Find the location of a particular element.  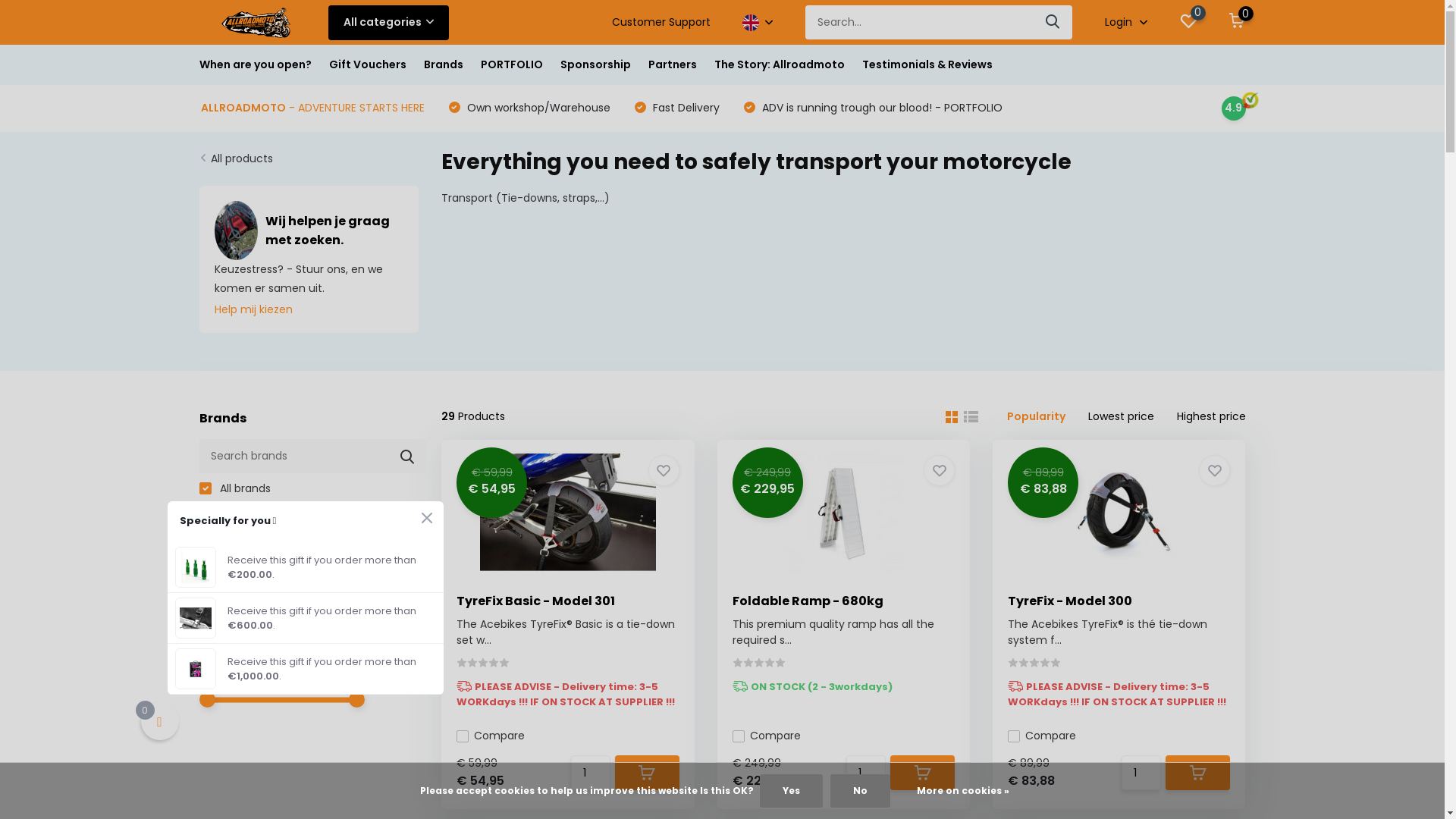

'TyreFix Basic - Model 301' is located at coordinates (535, 600).